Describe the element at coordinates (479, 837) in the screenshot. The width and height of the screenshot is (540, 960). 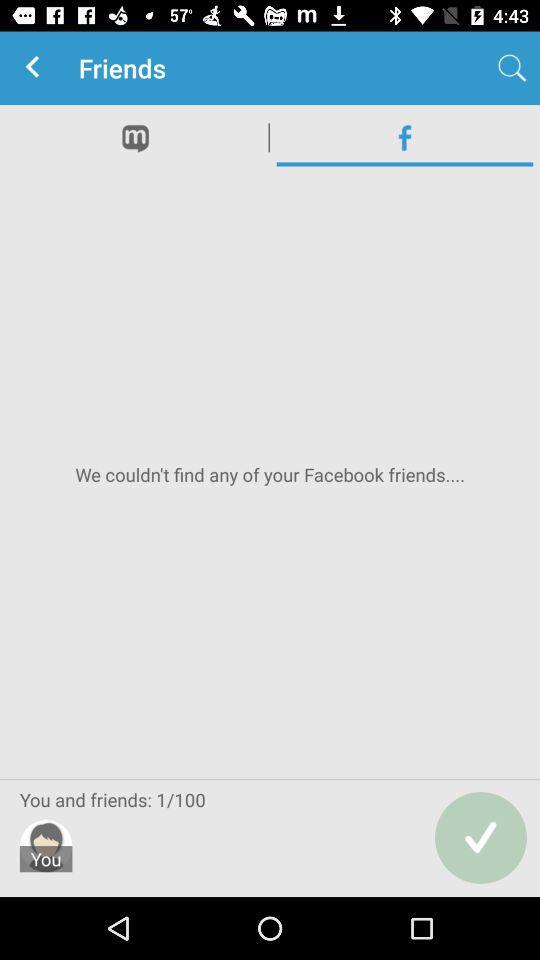
I see `the check icon` at that location.